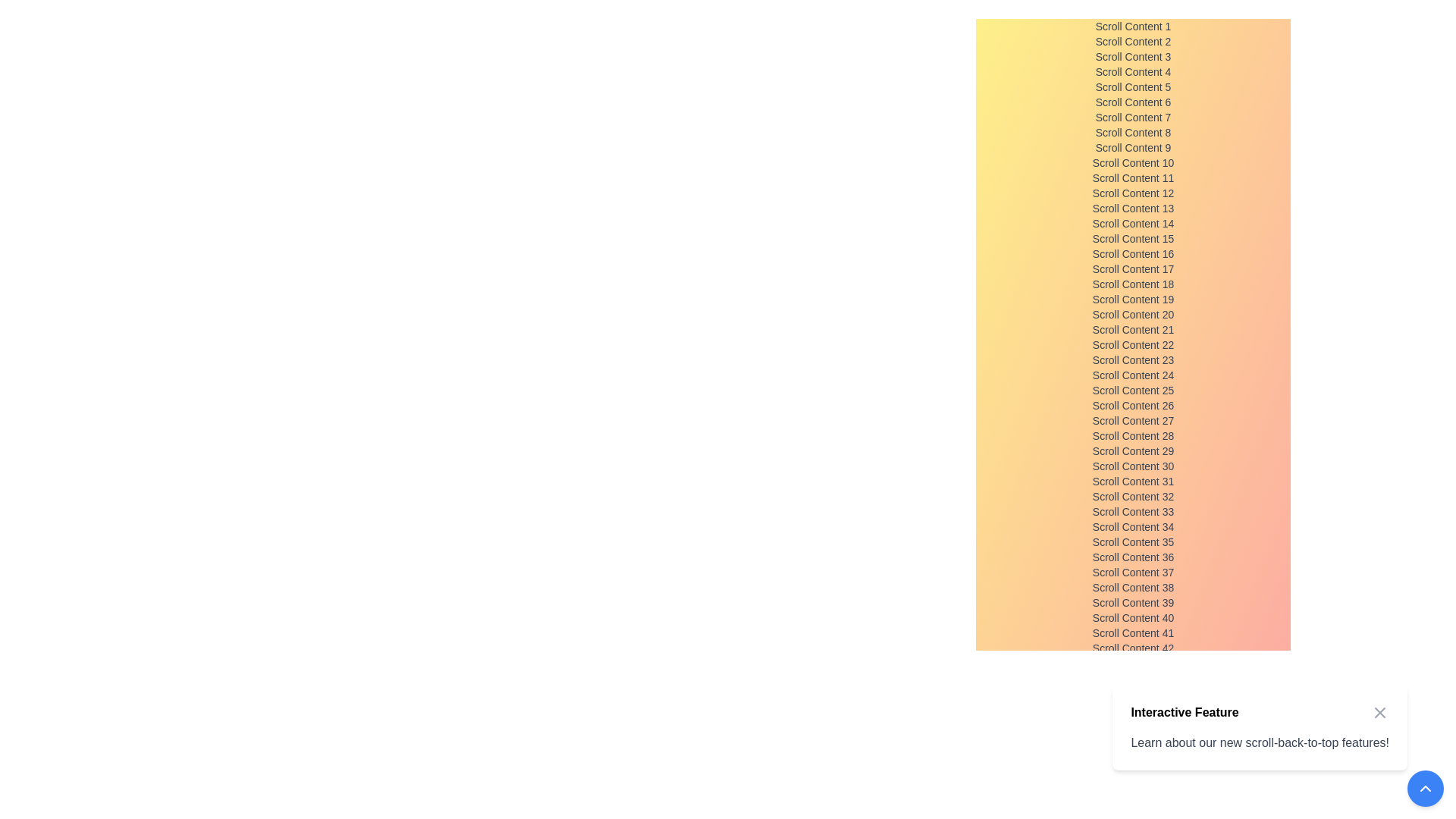  Describe the element at coordinates (1133, 573) in the screenshot. I see `the static text label displaying 'Scroll Content 37' located as the 37th item in a vertically scrollable list` at that location.